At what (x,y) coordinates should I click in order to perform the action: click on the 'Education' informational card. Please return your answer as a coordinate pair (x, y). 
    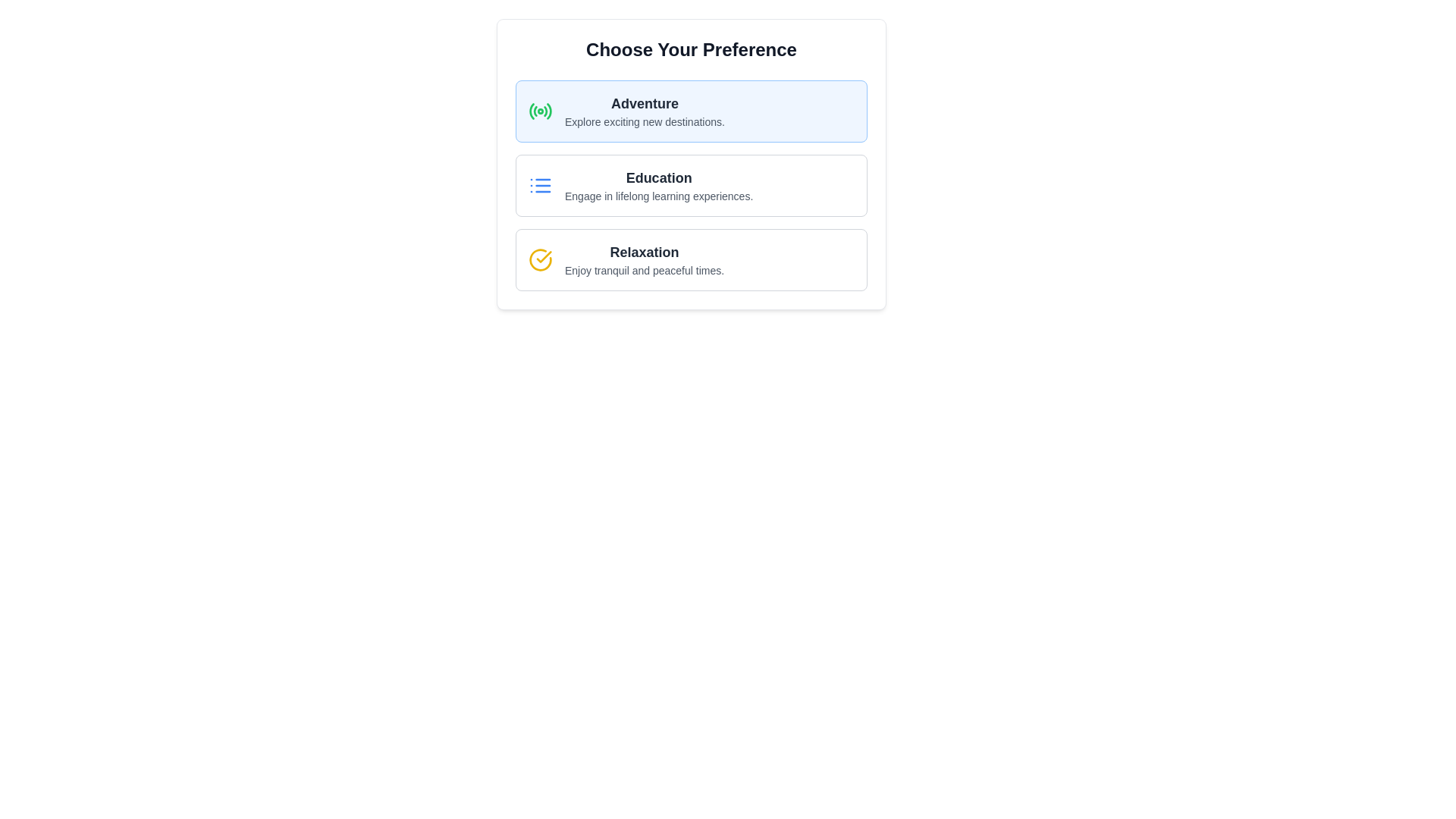
    Looking at the image, I should click on (659, 185).